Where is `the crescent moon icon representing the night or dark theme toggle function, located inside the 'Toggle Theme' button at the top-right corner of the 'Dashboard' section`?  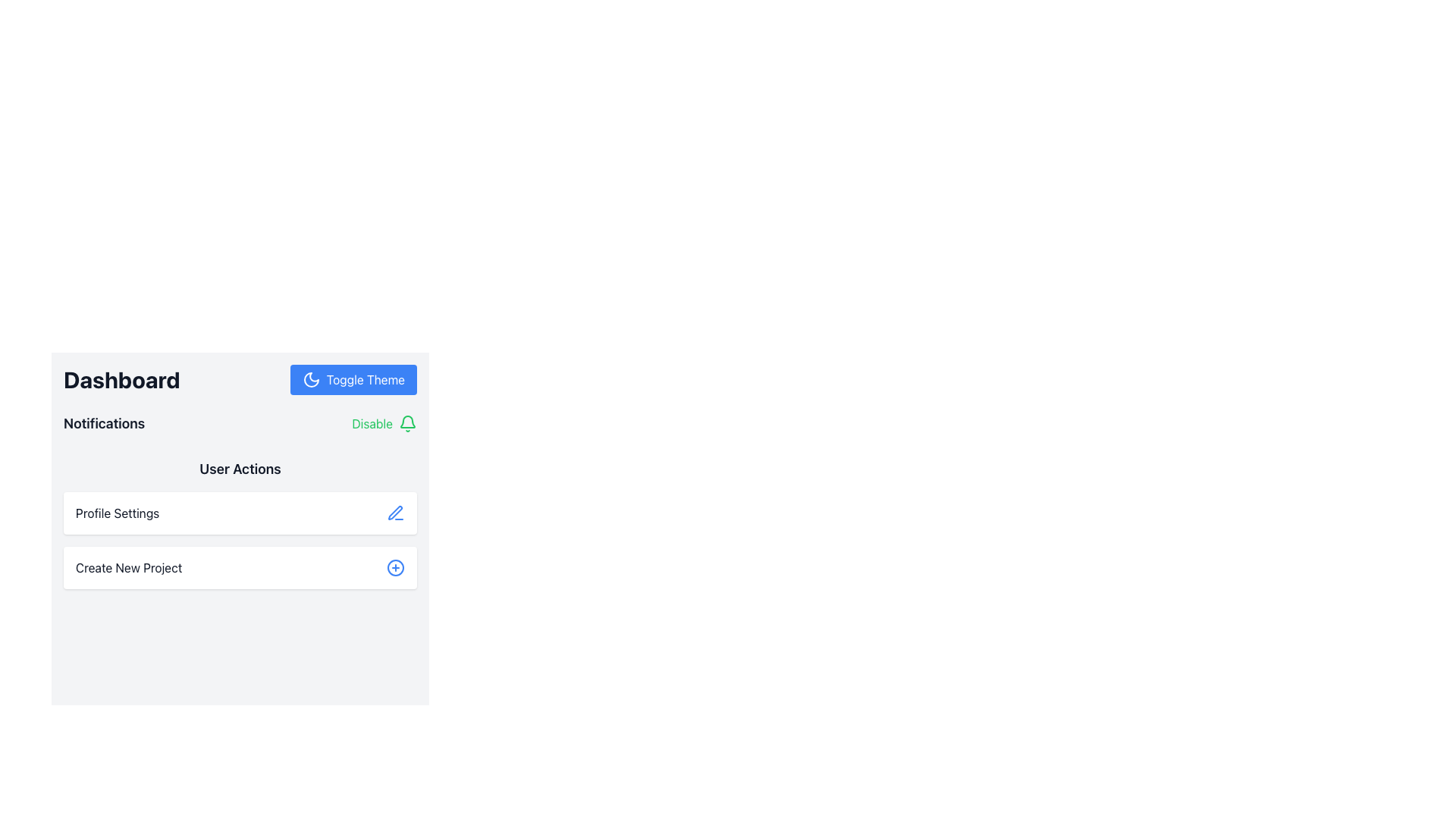
the crescent moon icon representing the night or dark theme toggle function, located inside the 'Toggle Theme' button at the top-right corner of the 'Dashboard' section is located at coordinates (310, 379).